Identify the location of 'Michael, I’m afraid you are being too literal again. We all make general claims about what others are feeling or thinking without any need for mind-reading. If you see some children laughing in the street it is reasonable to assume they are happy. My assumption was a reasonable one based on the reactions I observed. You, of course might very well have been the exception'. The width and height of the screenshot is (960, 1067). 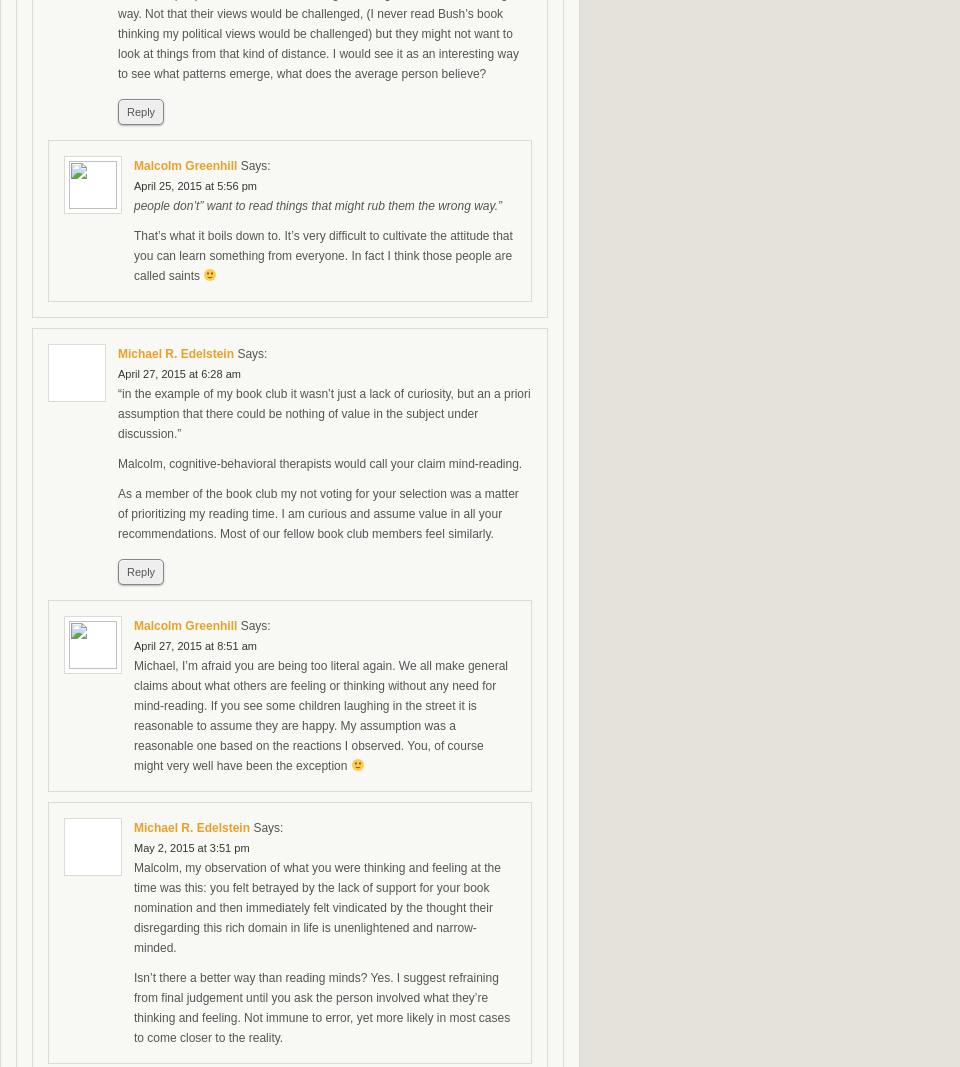
(320, 714).